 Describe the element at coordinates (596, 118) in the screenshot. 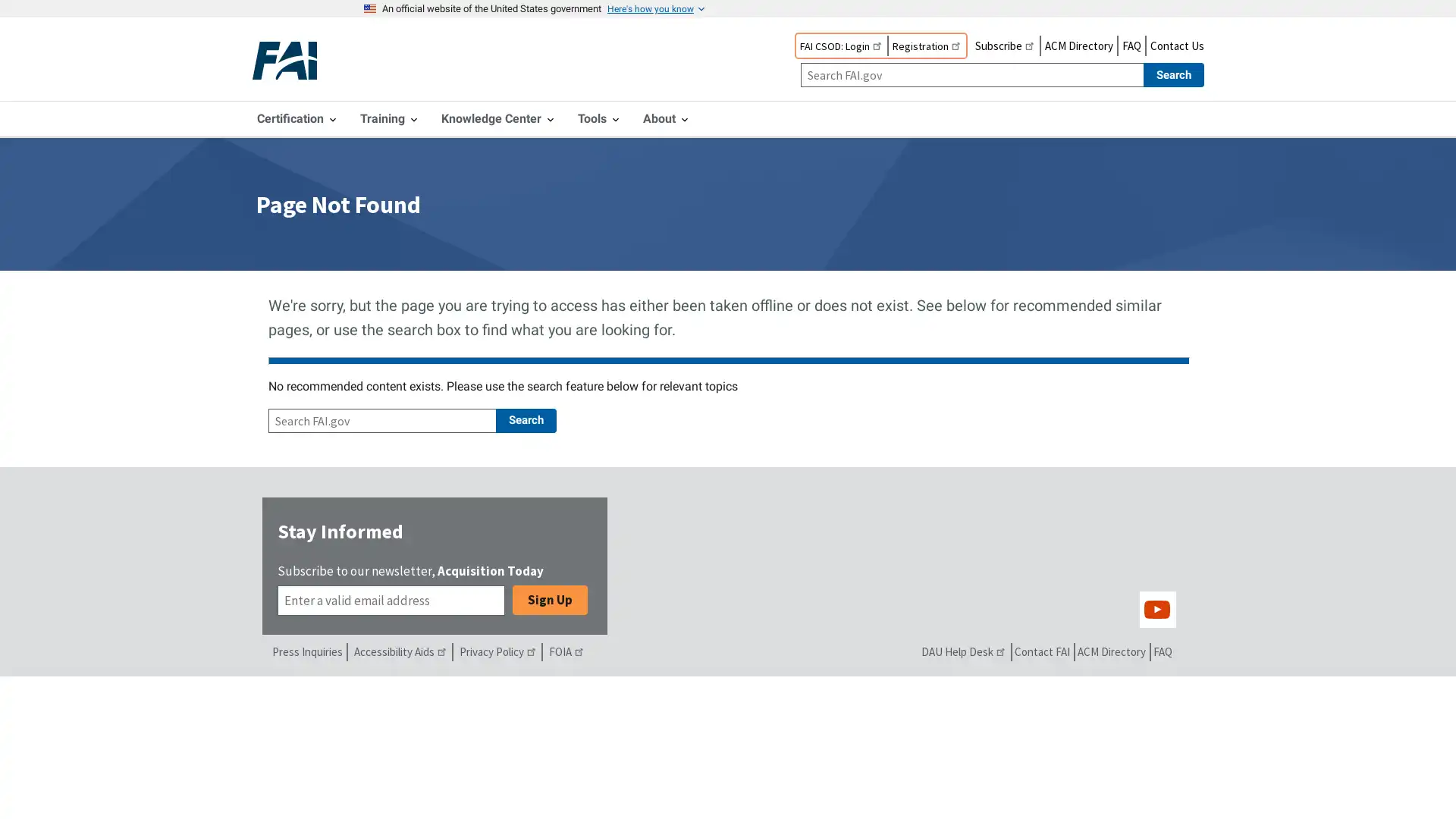

I see `Tools` at that location.